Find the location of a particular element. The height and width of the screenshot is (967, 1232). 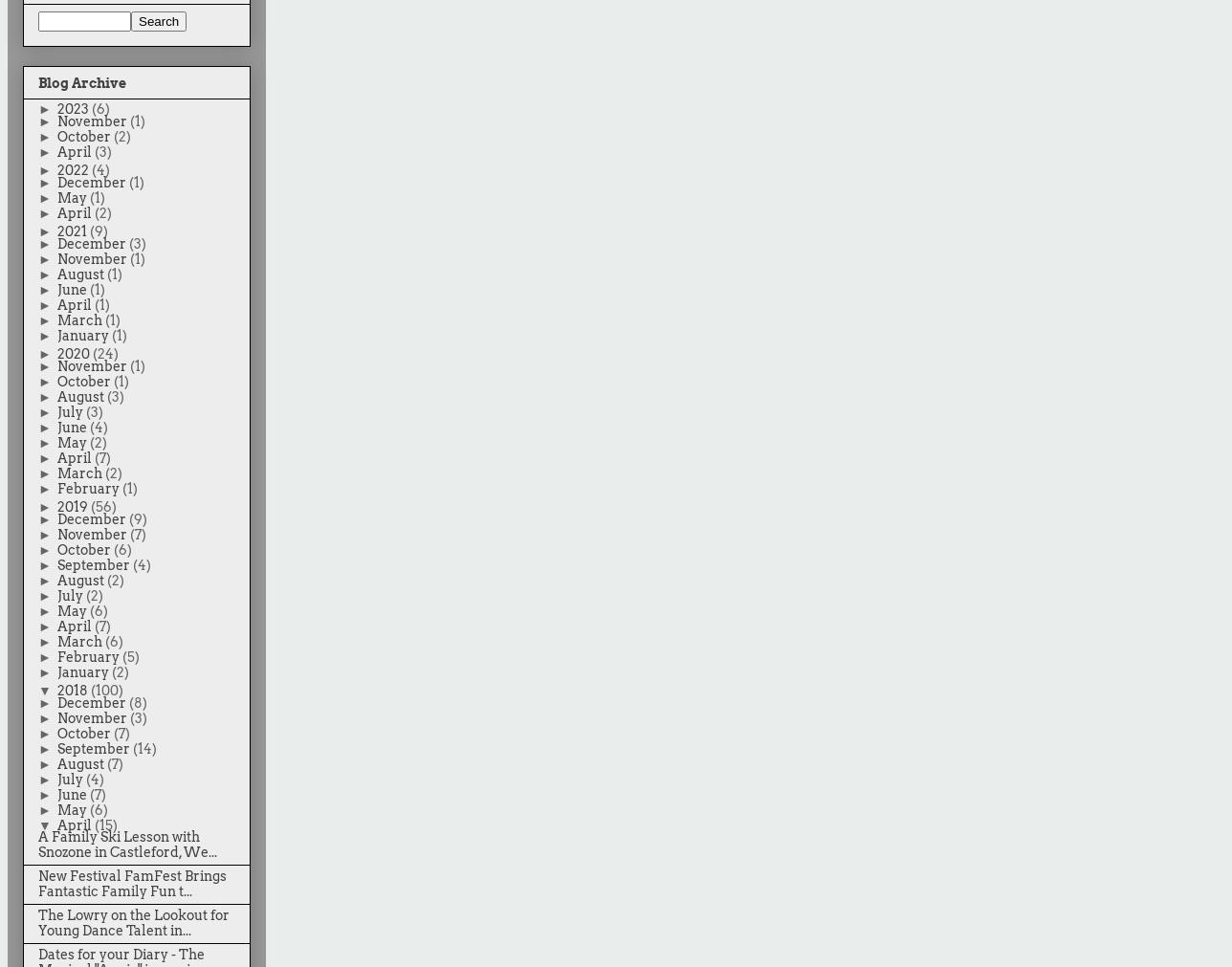

'A Family Ski Lesson with Snozone in Castleford, We...' is located at coordinates (127, 845).